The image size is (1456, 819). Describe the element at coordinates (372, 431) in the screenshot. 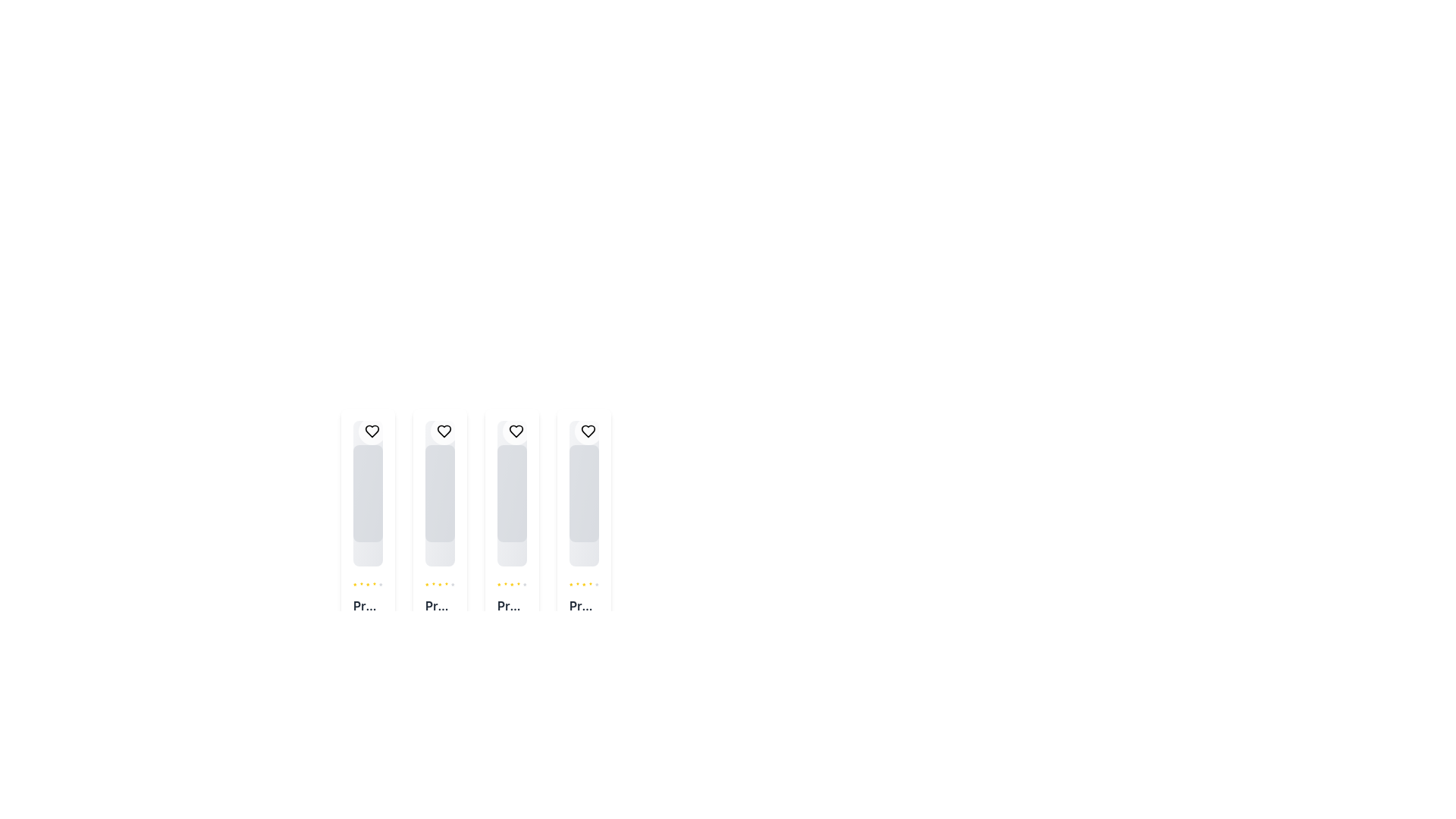

I see `the current state of the heart-shaped icon located at the top of the vertical card layout to determine if it is already favorited` at that location.